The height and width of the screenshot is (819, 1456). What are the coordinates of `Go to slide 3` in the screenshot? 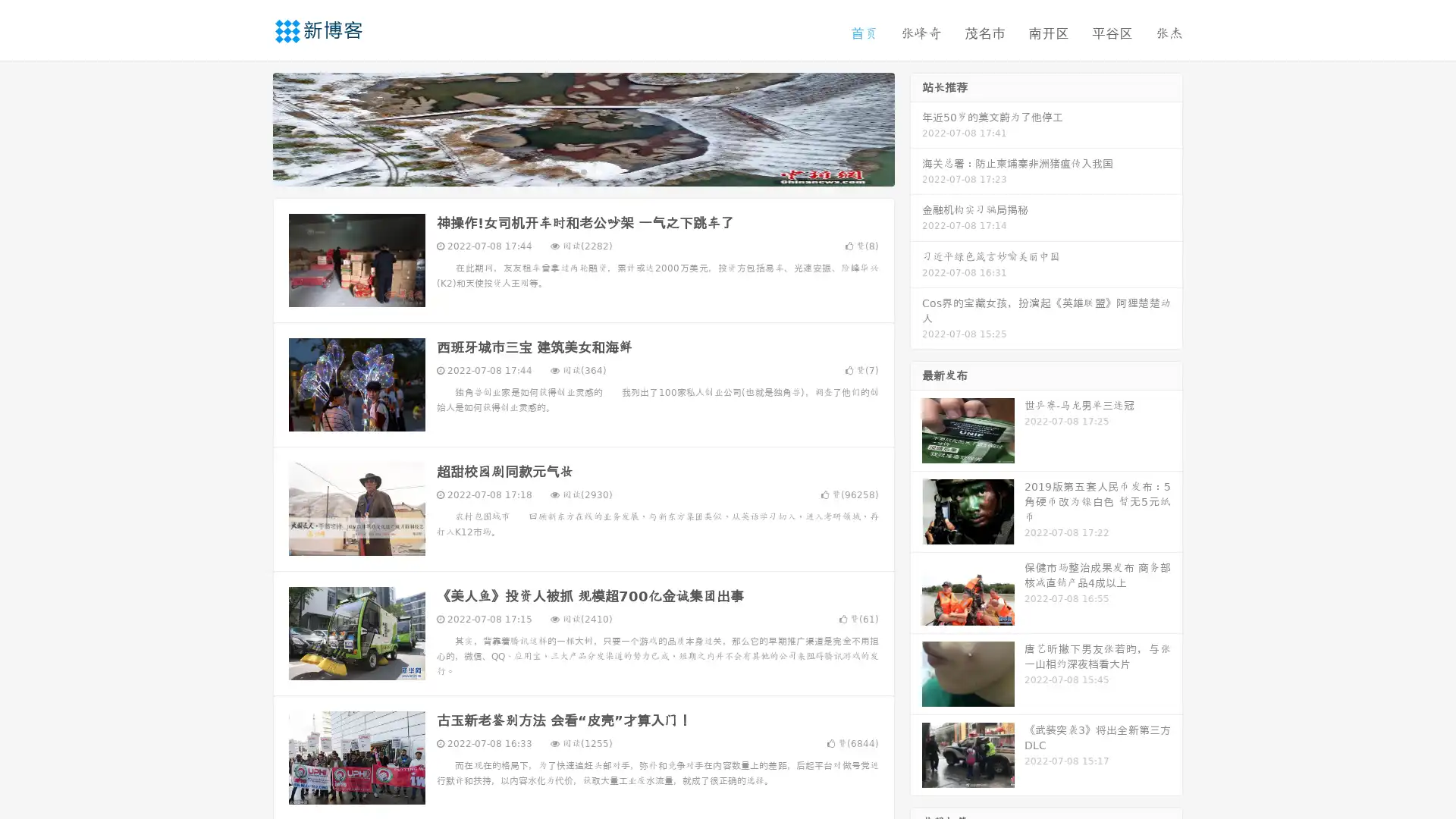 It's located at (598, 171).